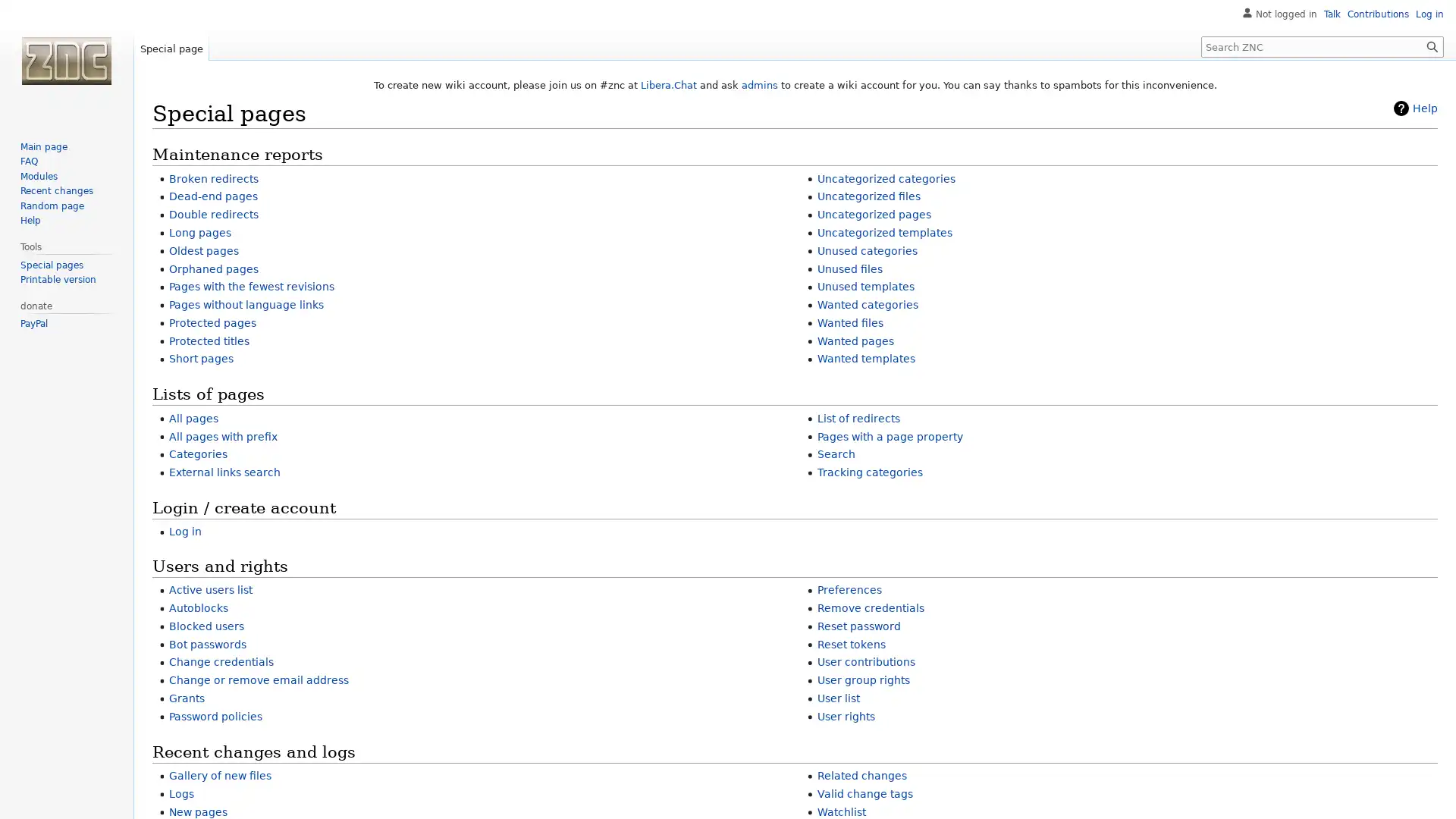 The height and width of the screenshot is (819, 1456). I want to click on Search, so click(1432, 45).